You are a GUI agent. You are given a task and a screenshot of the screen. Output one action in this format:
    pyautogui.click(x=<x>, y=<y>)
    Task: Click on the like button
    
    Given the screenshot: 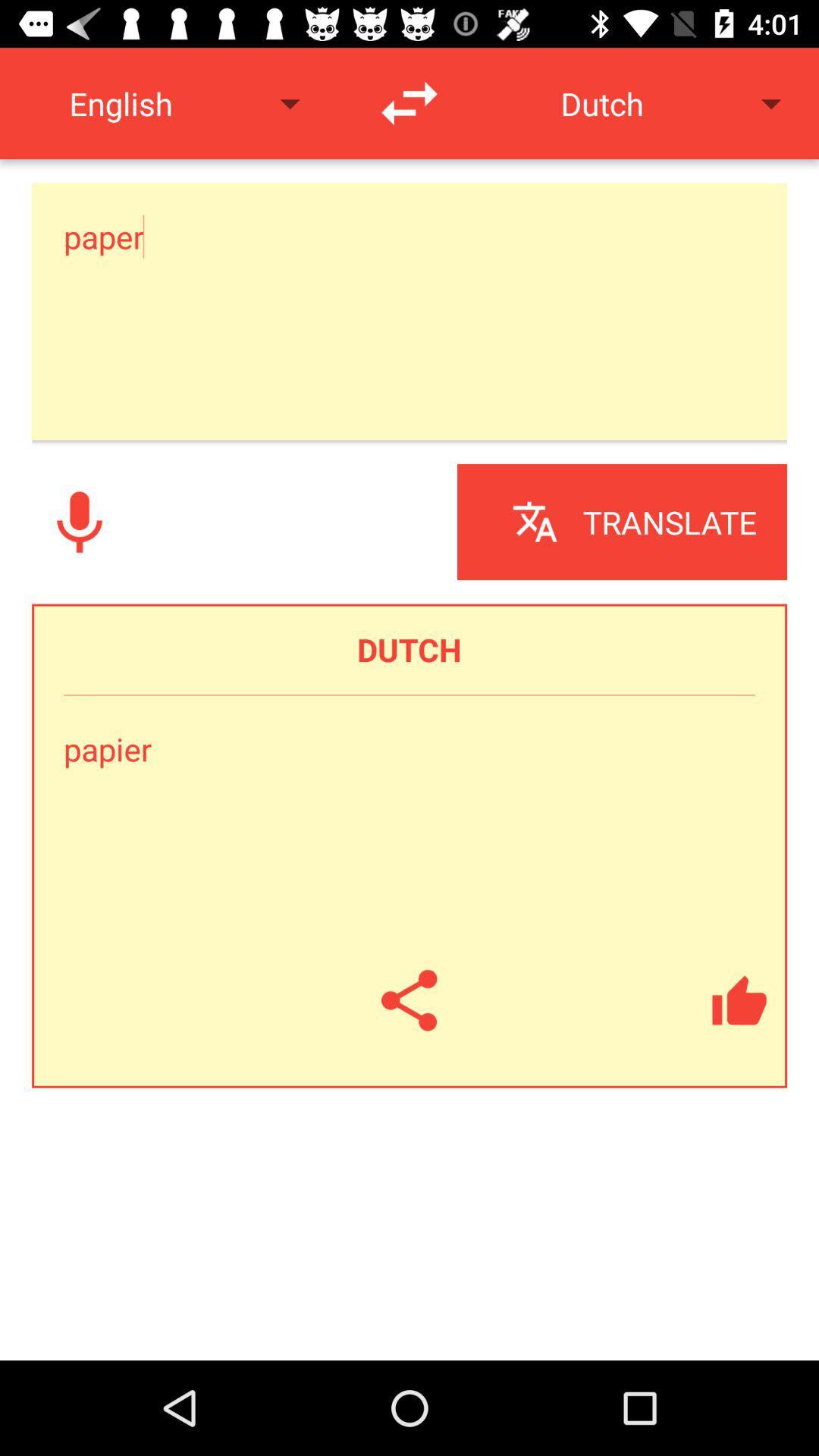 What is the action you would take?
    pyautogui.click(x=739, y=1000)
    